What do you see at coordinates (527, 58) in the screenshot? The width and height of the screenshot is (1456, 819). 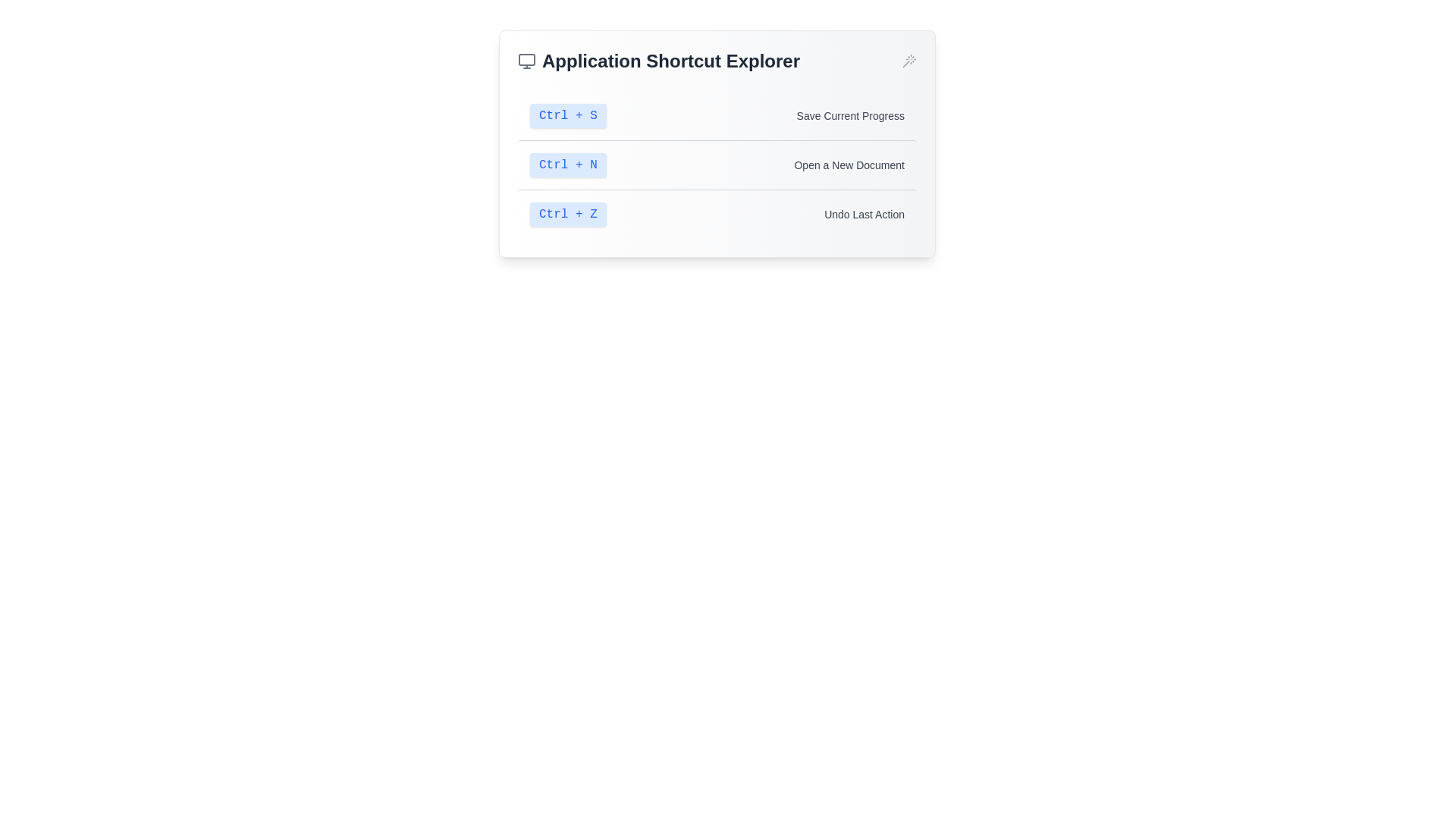 I see `the main rectangular body of the monitor icon, which is a rounded rectangular graphical element located in the upper left corner of the application layout` at bounding box center [527, 58].